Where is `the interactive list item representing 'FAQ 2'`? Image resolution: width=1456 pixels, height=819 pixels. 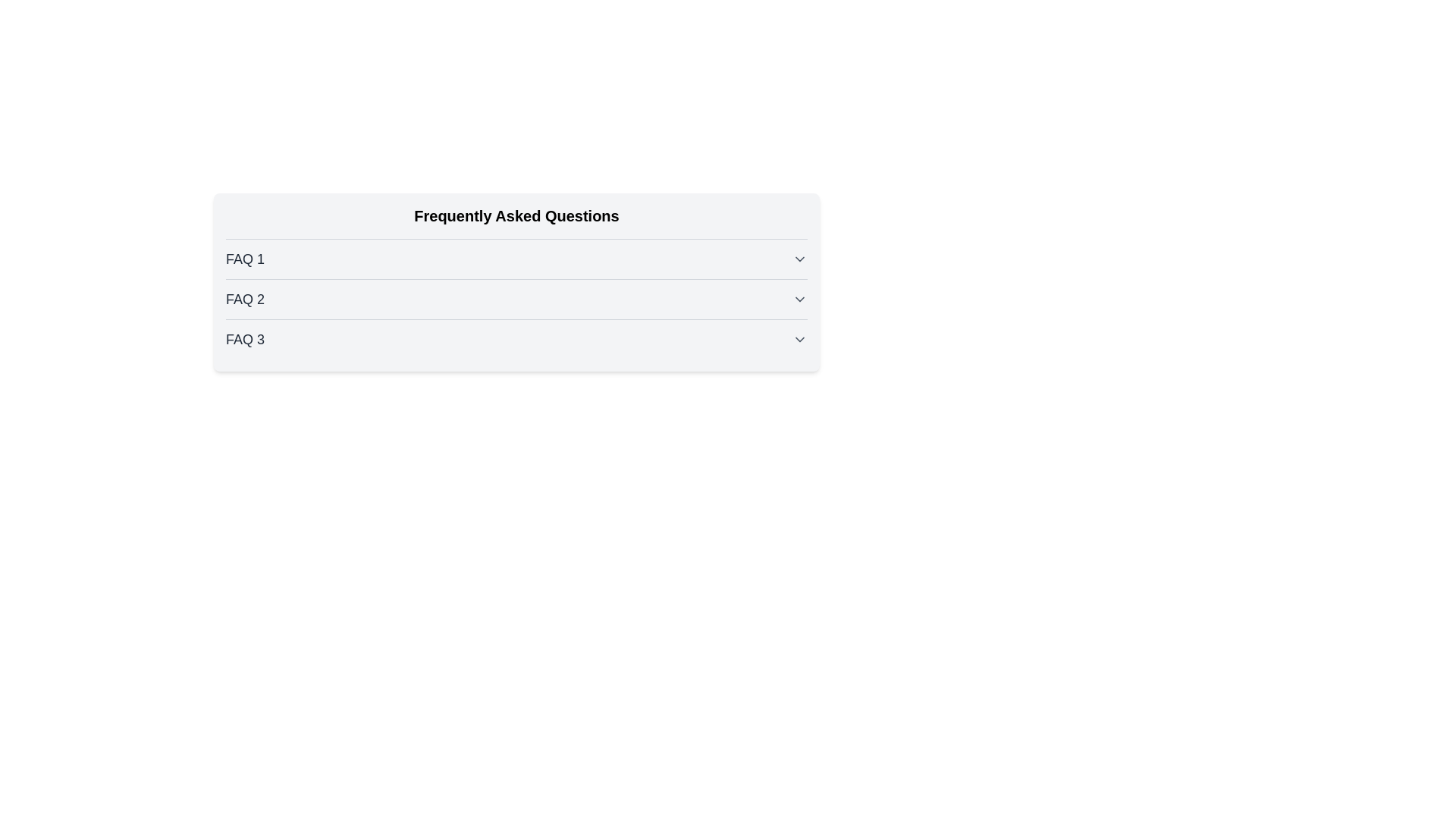 the interactive list item representing 'FAQ 2' is located at coordinates (516, 294).